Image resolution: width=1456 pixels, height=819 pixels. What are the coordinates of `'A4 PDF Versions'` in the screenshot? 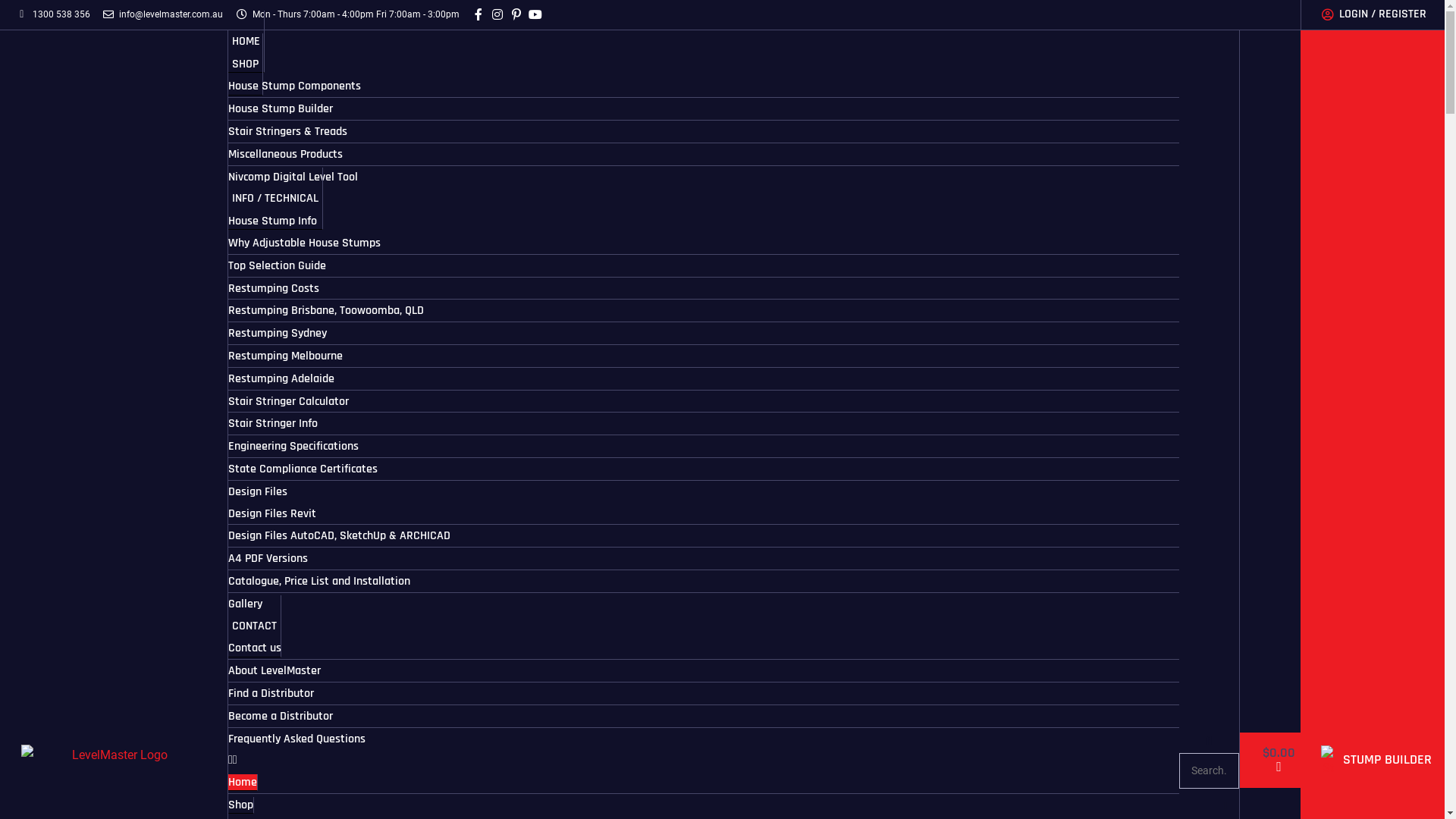 It's located at (227, 558).